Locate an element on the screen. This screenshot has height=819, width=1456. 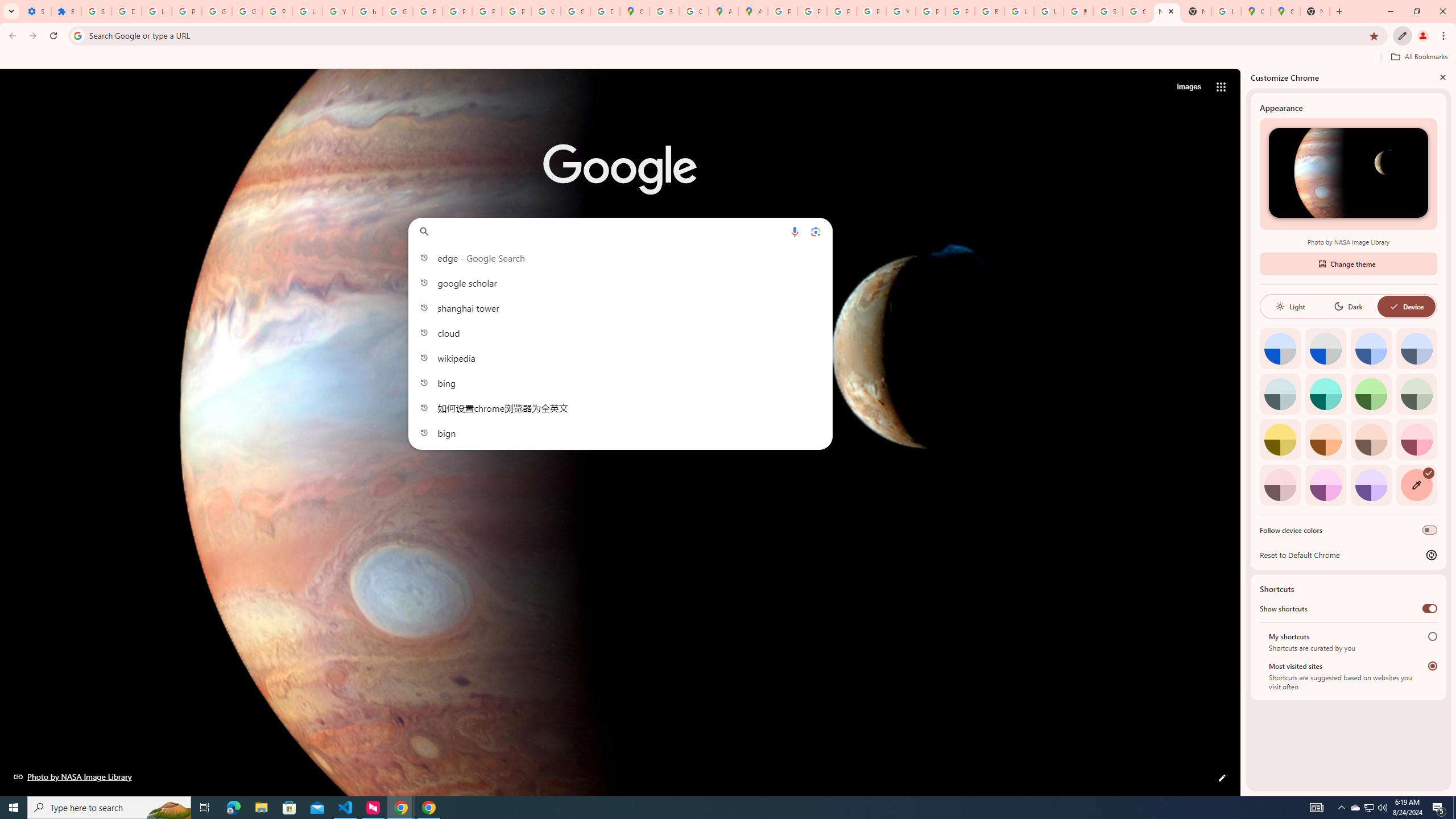
'Orange' is located at coordinates (1325, 439).